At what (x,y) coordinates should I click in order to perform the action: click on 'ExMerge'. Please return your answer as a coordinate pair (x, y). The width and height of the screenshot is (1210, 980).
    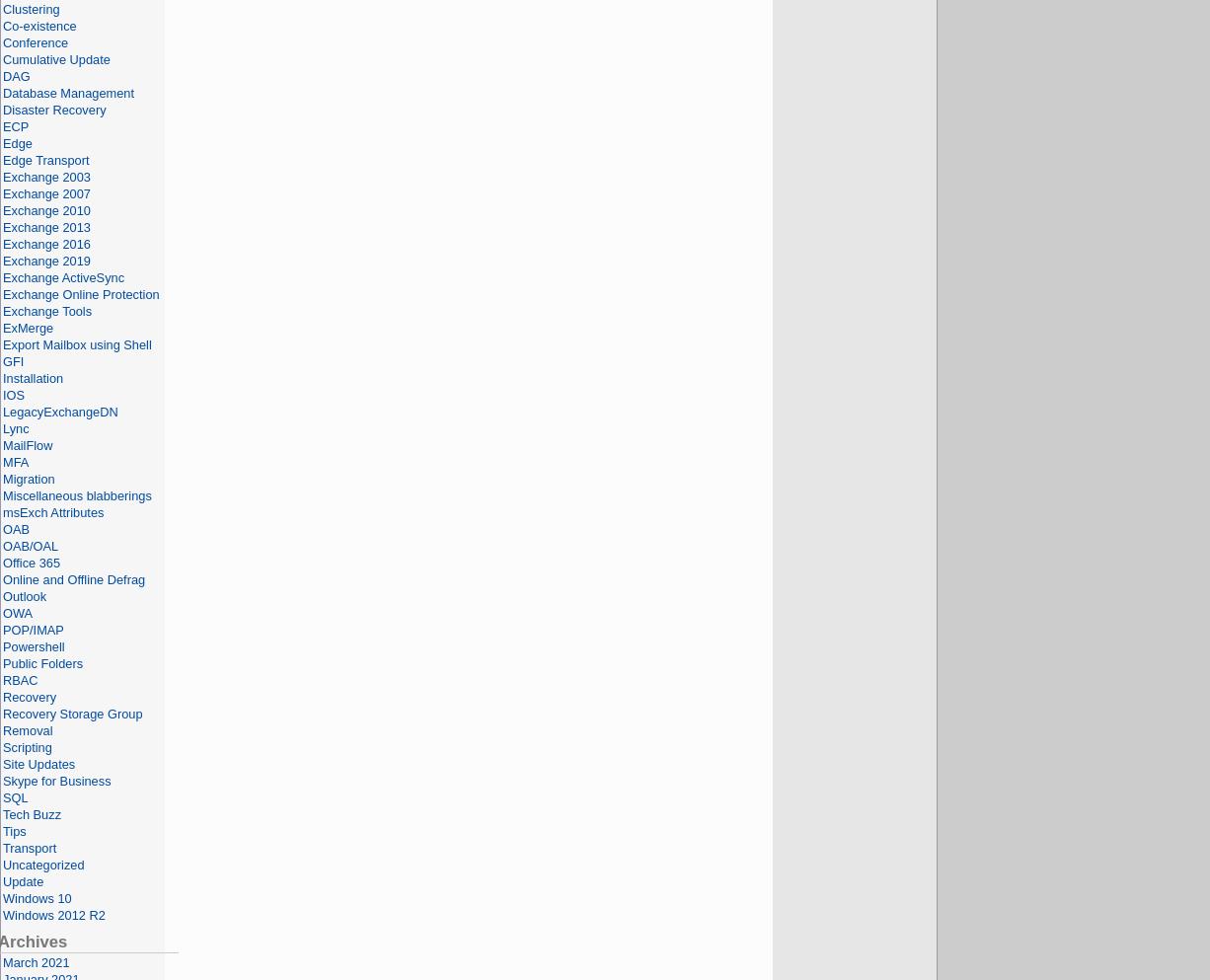
    Looking at the image, I should click on (2, 327).